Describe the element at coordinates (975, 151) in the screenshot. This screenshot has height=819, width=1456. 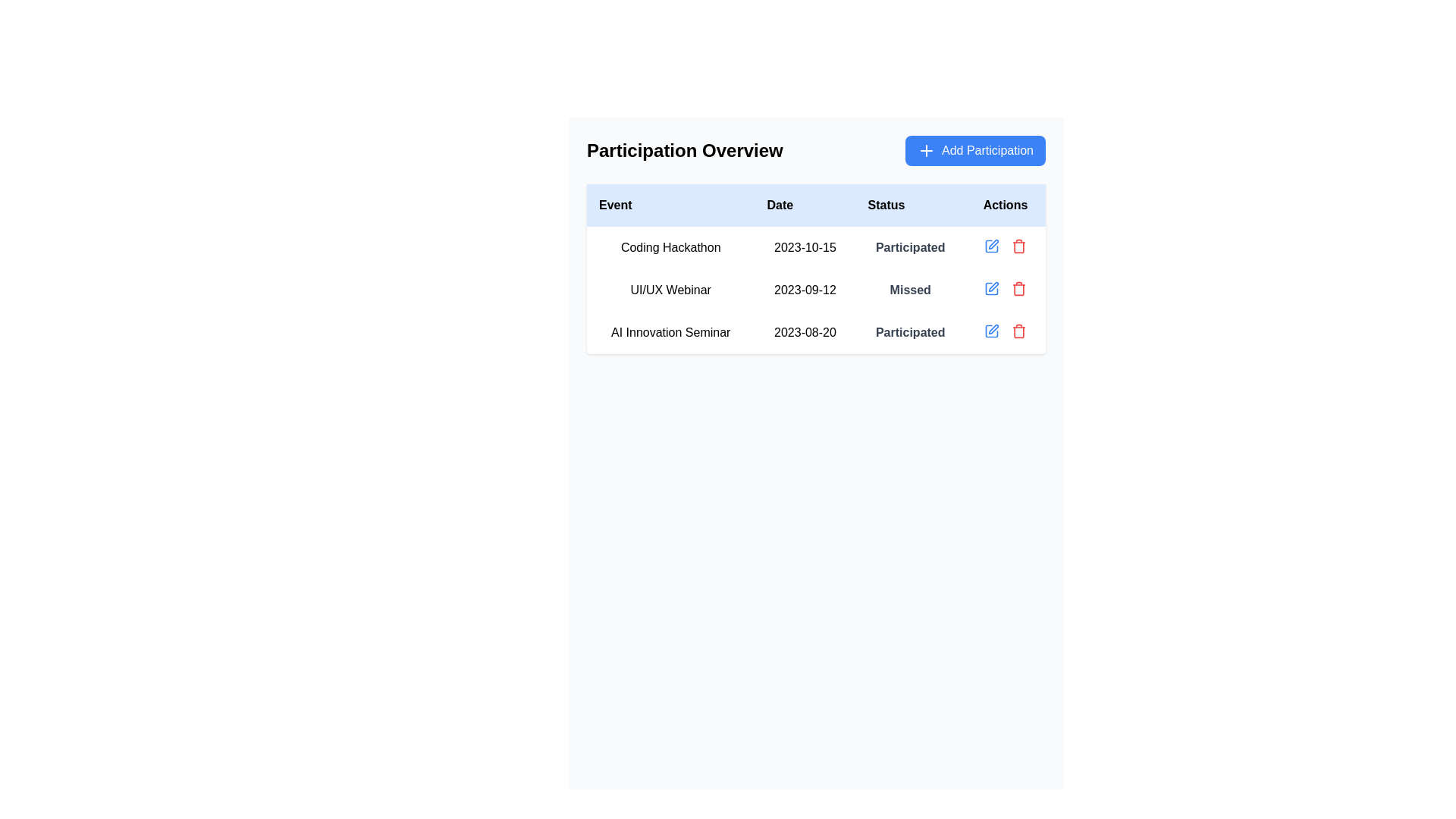
I see `the button that allows users to add new participations, located to the right of the 'Participation Overview' title and centered vertically` at that location.